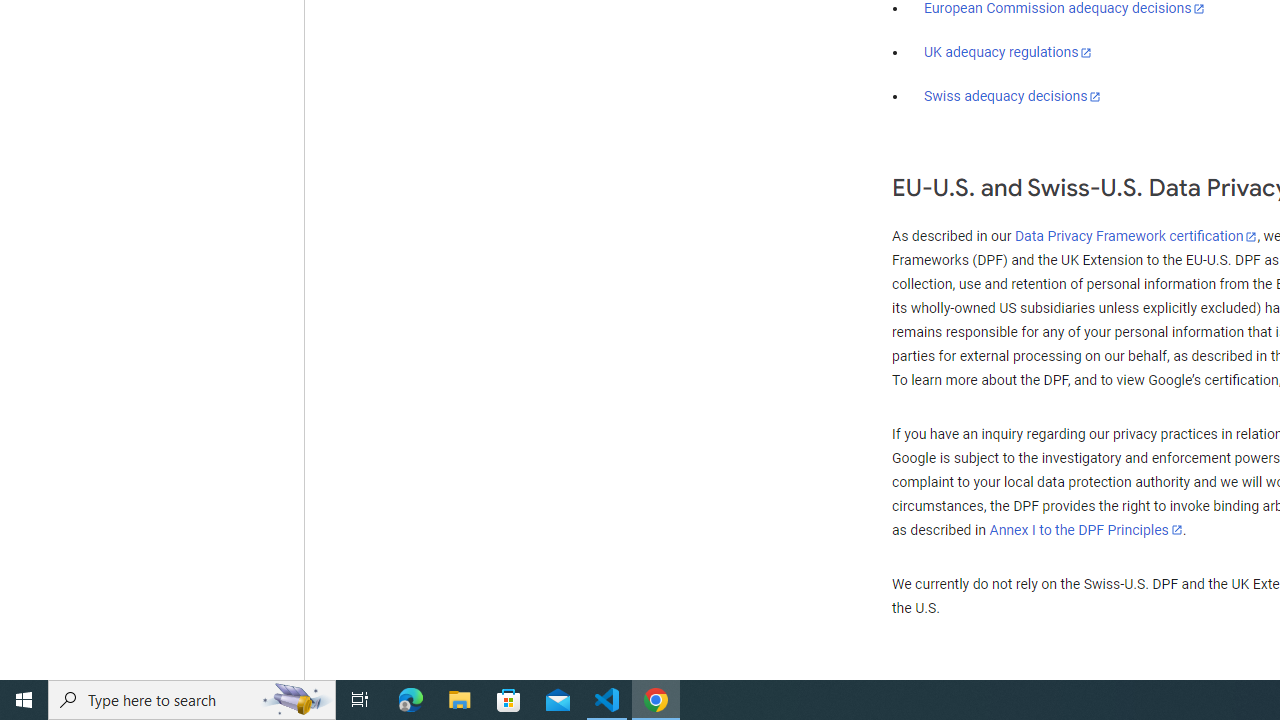  What do you see at coordinates (1013, 96) in the screenshot?
I see `'Swiss adequacy decisions'` at bounding box center [1013, 96].